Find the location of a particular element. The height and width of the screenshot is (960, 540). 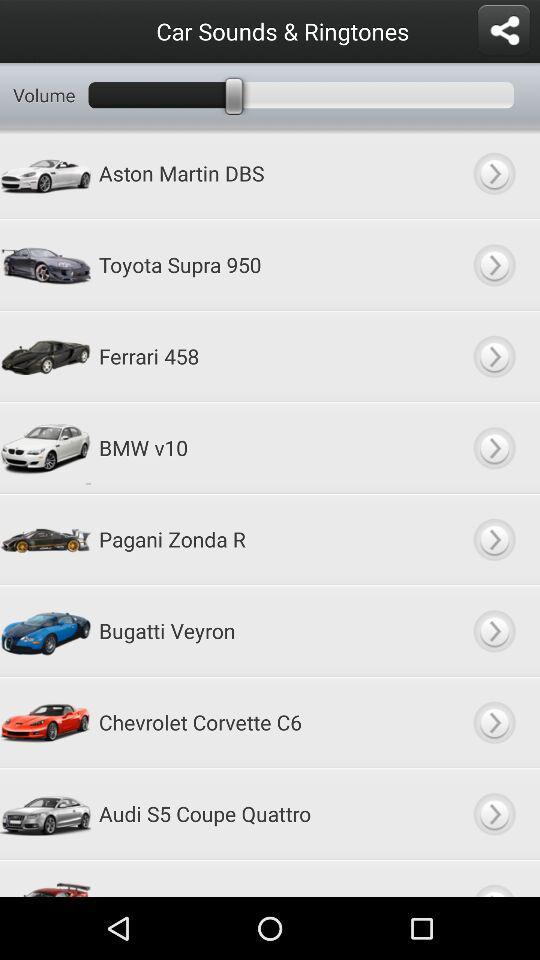

setting is located at coordinates (502, 30).